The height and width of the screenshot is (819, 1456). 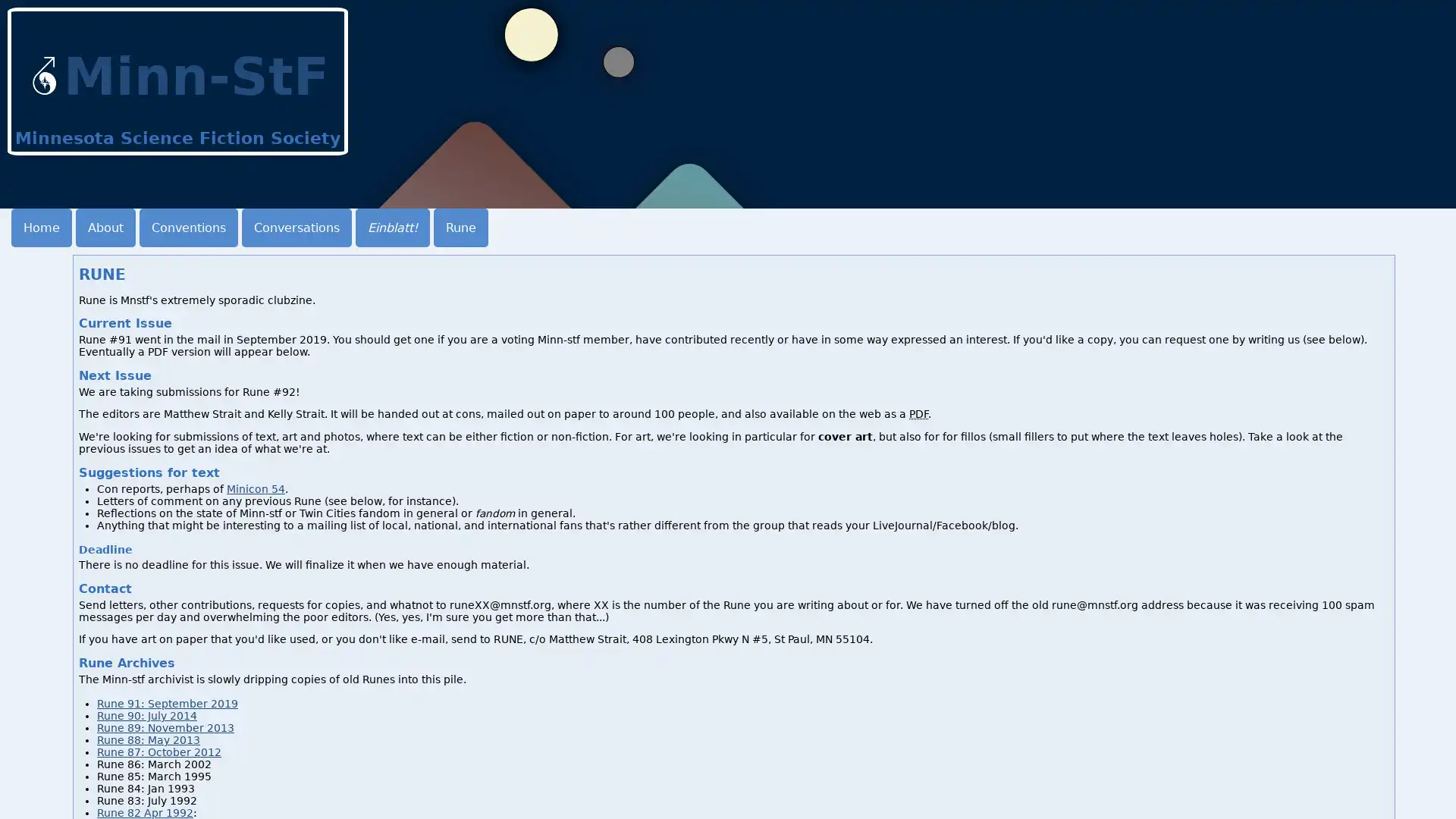 I want to click on Rune, so click(x=460, y=227).